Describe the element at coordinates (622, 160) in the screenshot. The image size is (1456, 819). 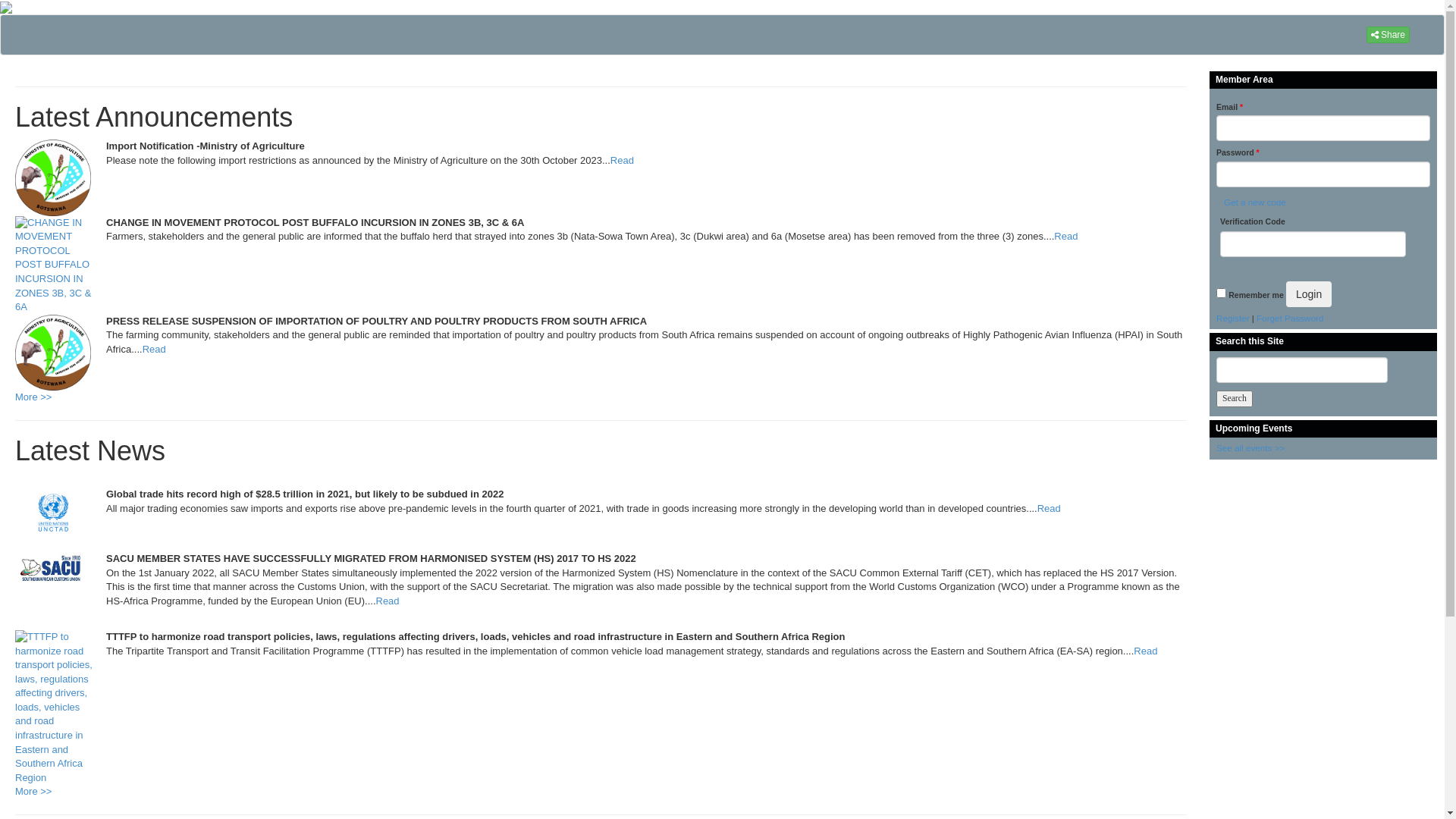
I see `'Read'` at that location.